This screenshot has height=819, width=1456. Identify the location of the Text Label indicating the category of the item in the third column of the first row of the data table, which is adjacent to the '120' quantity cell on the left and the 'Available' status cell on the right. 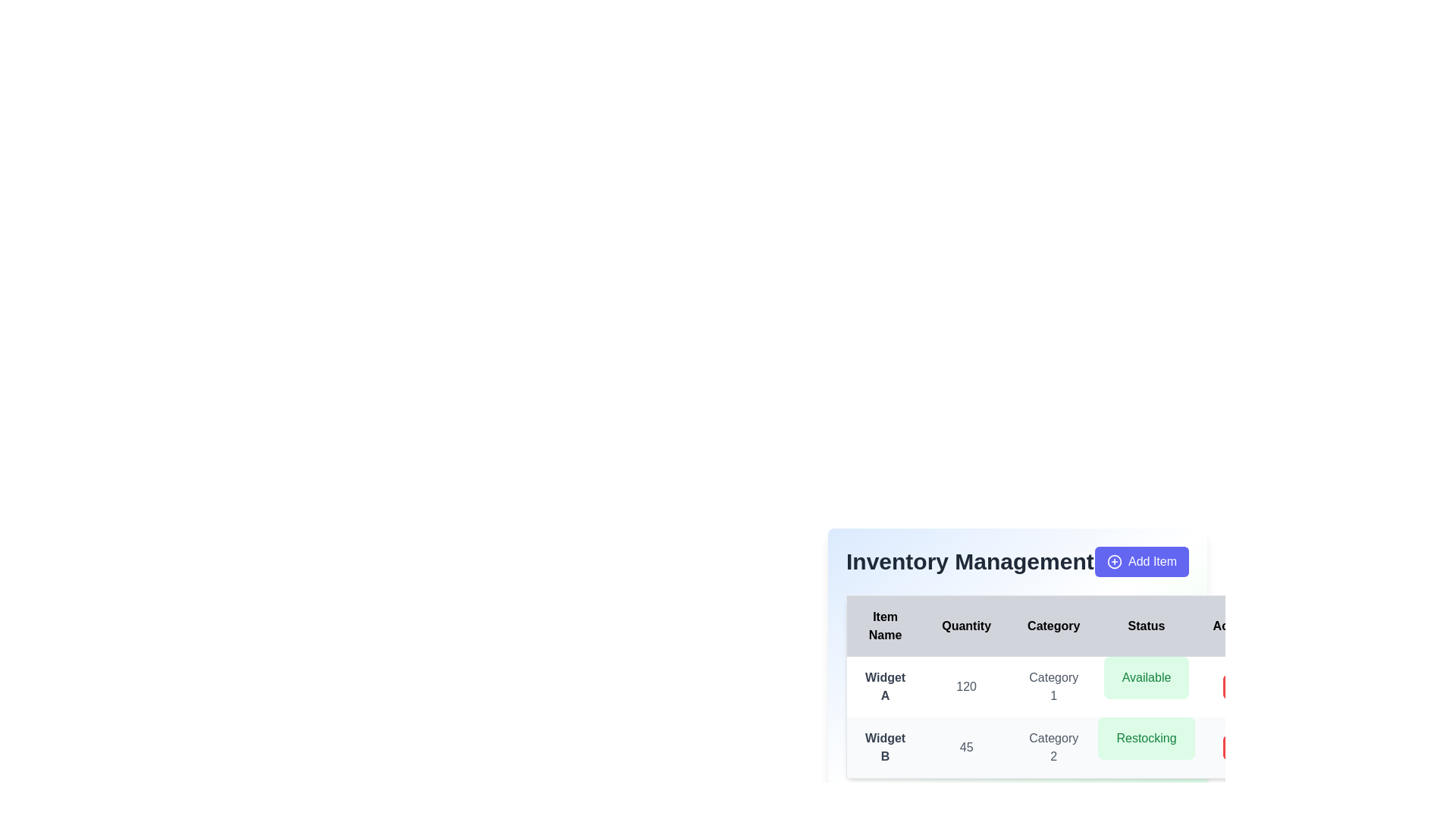
(1053, 687).